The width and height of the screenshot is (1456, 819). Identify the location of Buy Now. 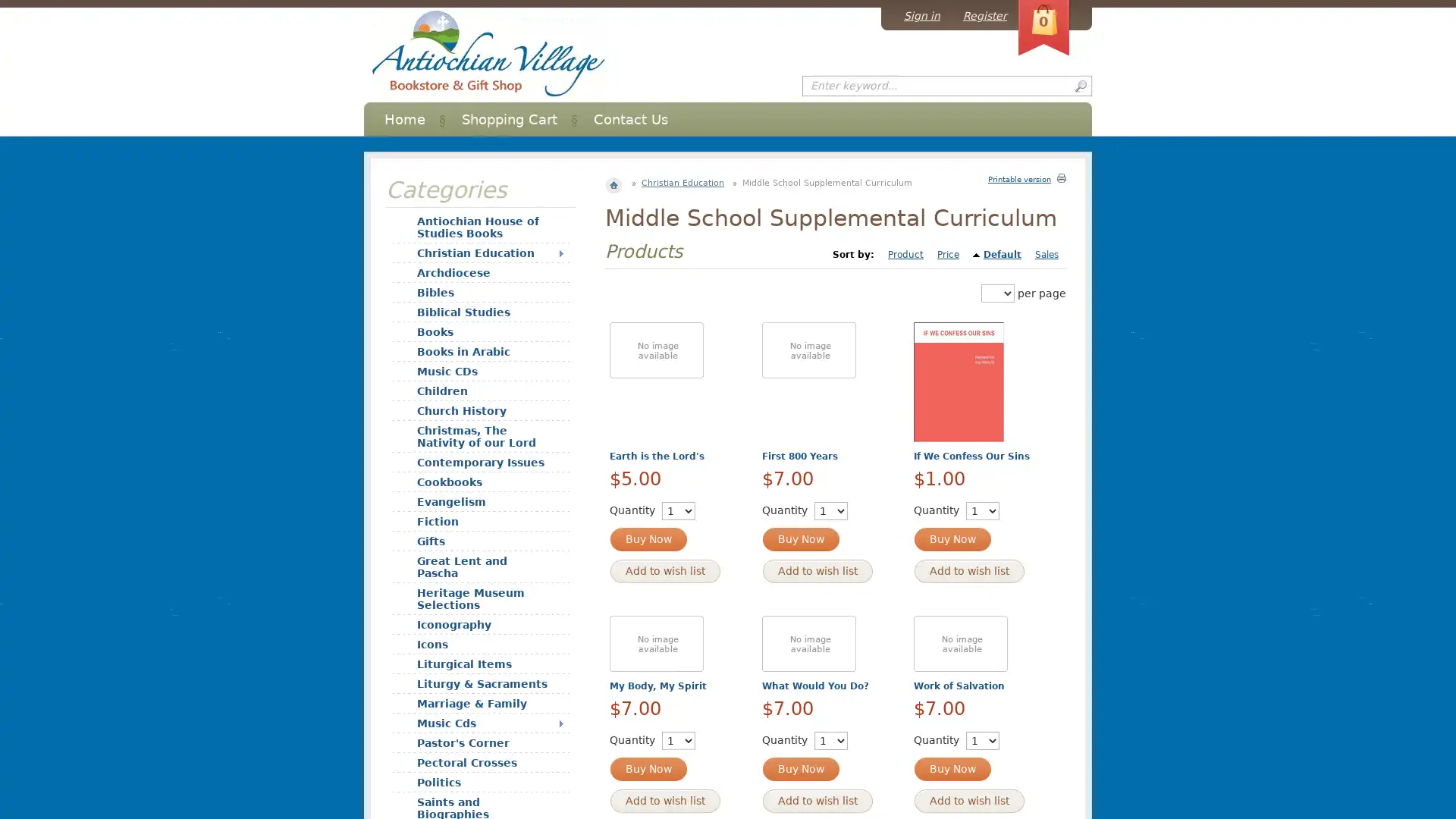
(648, 538).